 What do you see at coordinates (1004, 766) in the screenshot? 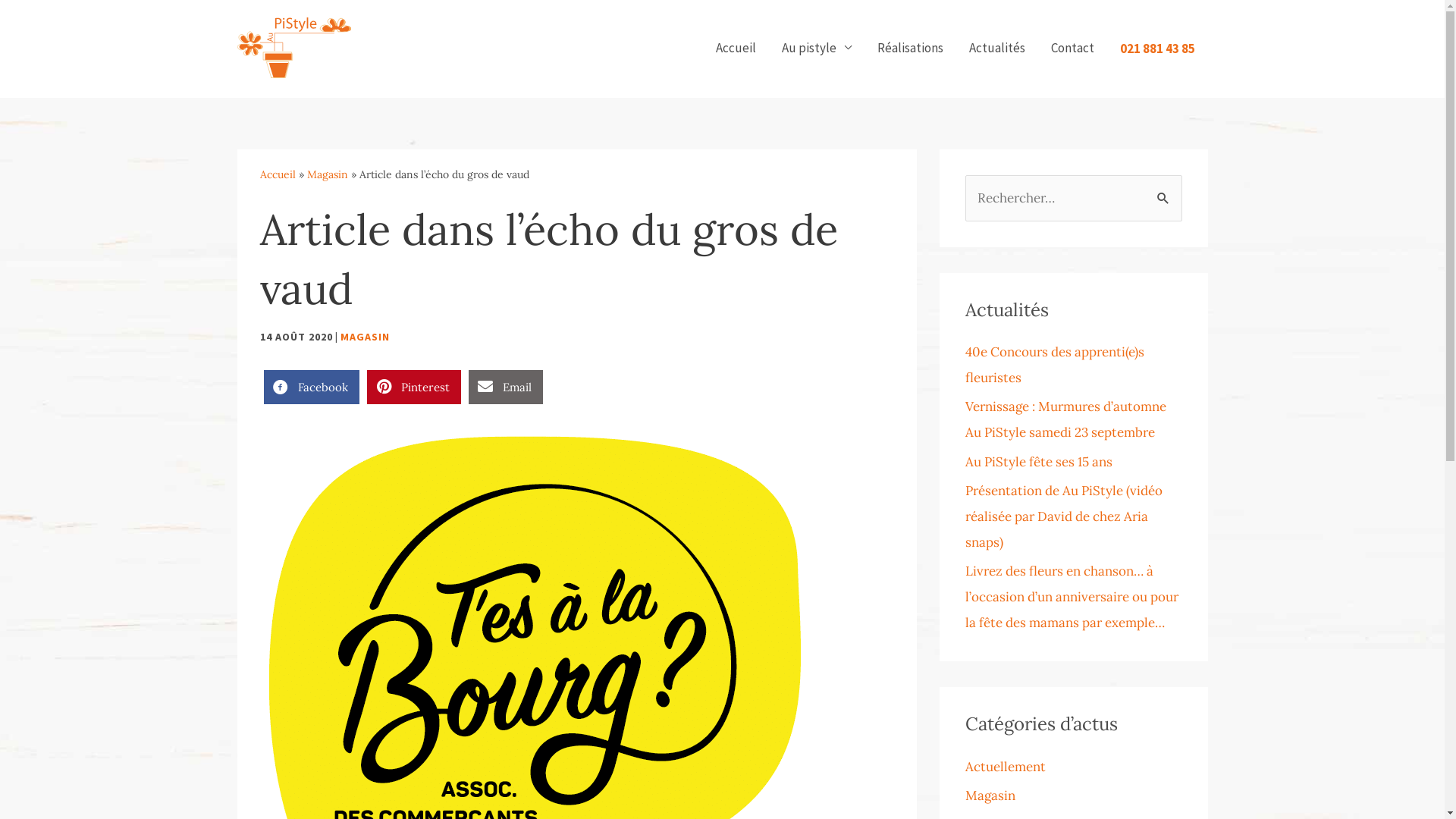
I see `'Actuellement'` at bounding box center [1004, 766].